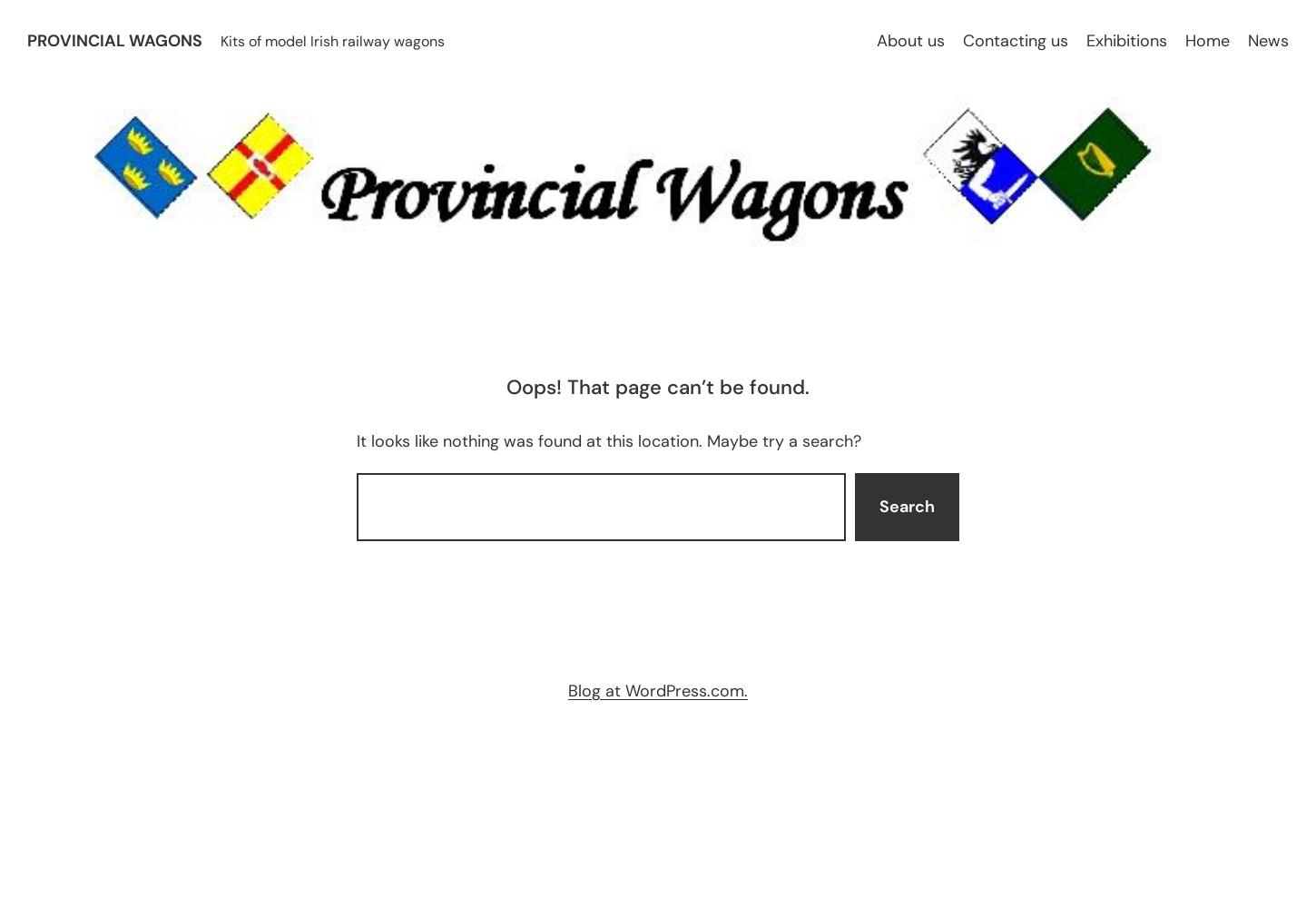  I want to click on 'Provincial Wagons', so click(27, 40).